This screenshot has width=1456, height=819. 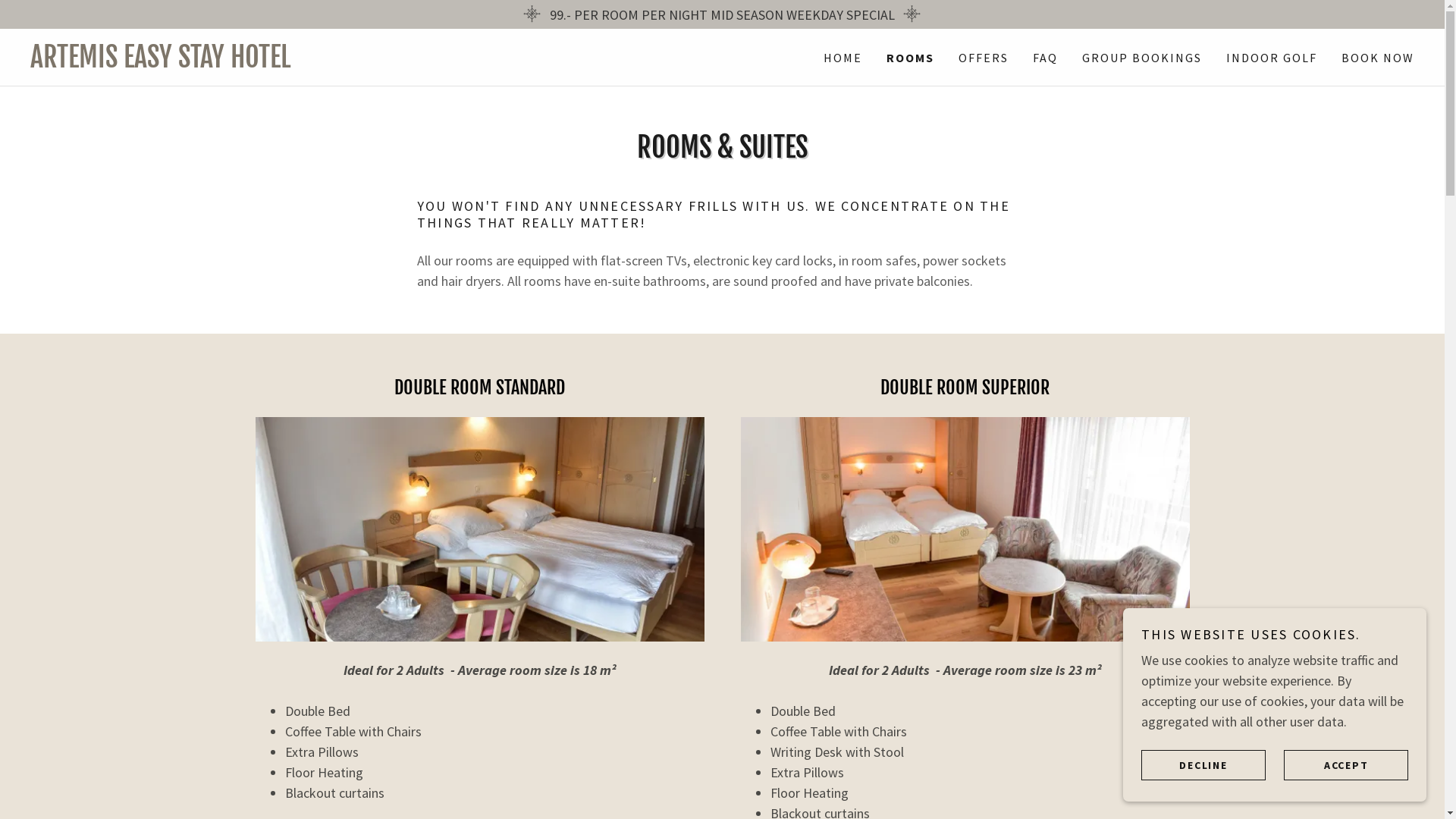 What do you see at coordinates (1142, 57) in the screenshot?
I see `'GROUP BOOKINGS'` at bounding box center [1142, 57].